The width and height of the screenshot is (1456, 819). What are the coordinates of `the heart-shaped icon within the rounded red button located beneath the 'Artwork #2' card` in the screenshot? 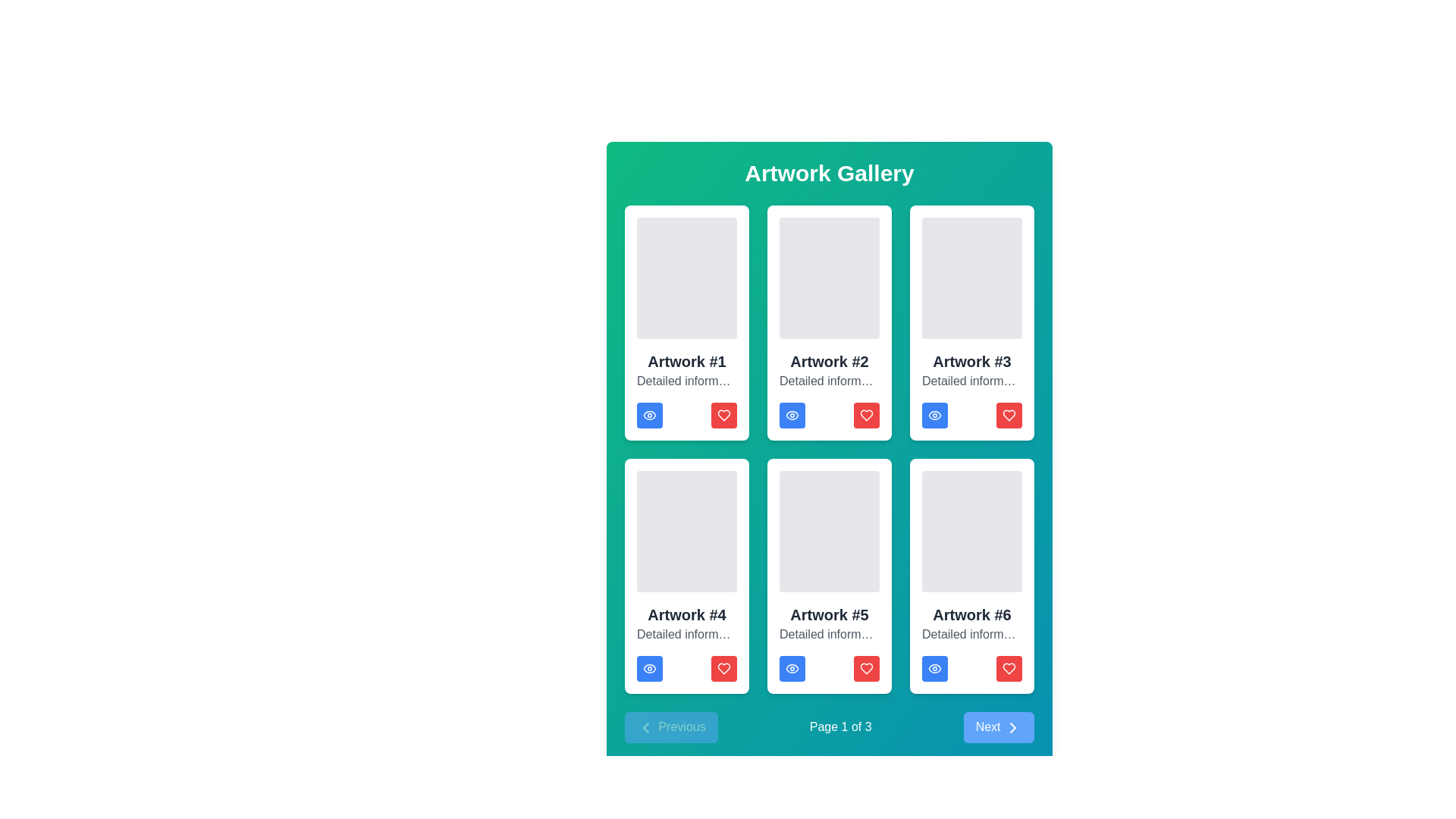 It's located at (866, 415).